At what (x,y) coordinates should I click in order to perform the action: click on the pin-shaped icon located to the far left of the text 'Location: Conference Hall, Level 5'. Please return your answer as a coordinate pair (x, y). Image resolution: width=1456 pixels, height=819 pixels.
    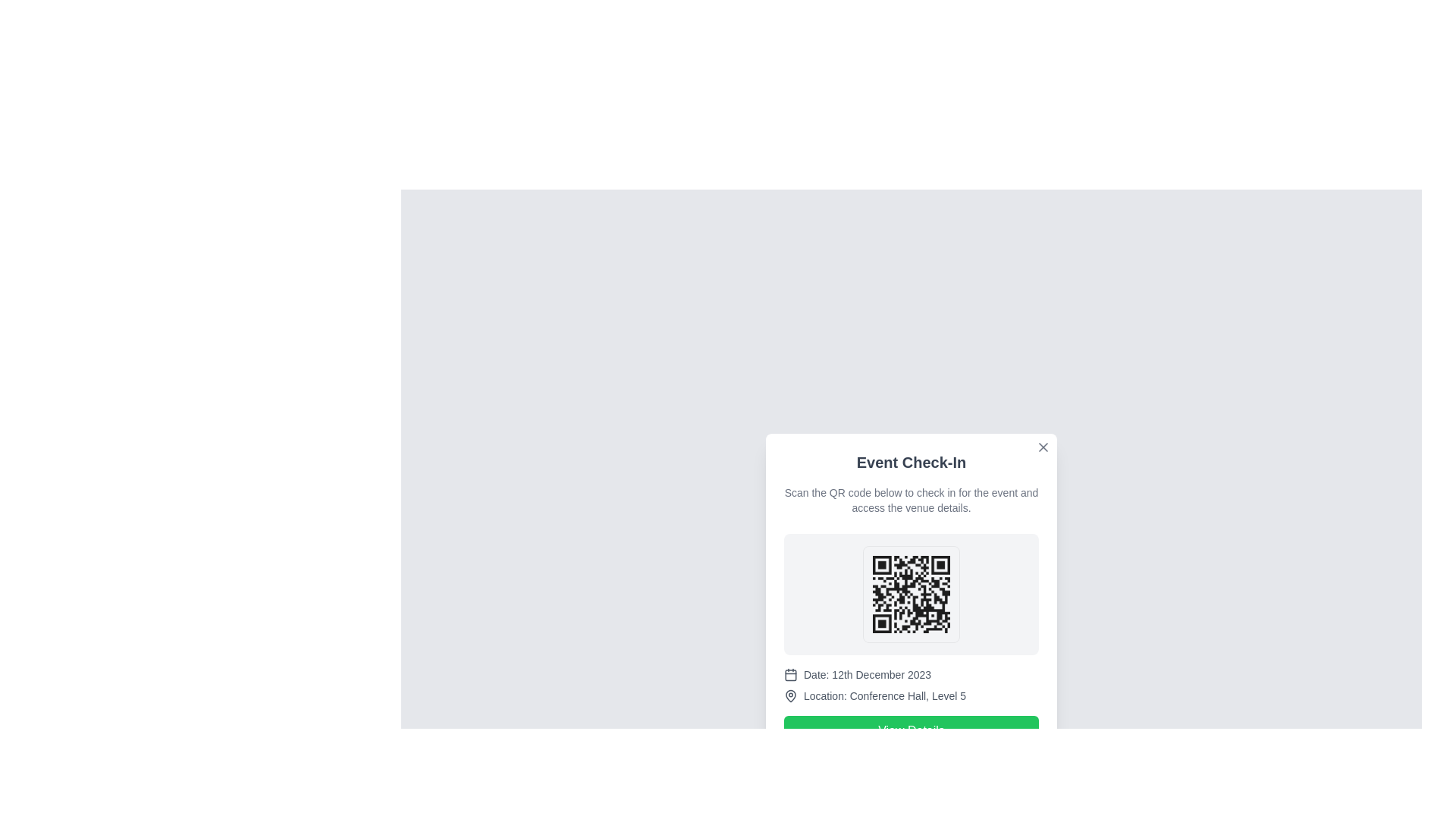
    Looking at the image, I should click on (789, 696).